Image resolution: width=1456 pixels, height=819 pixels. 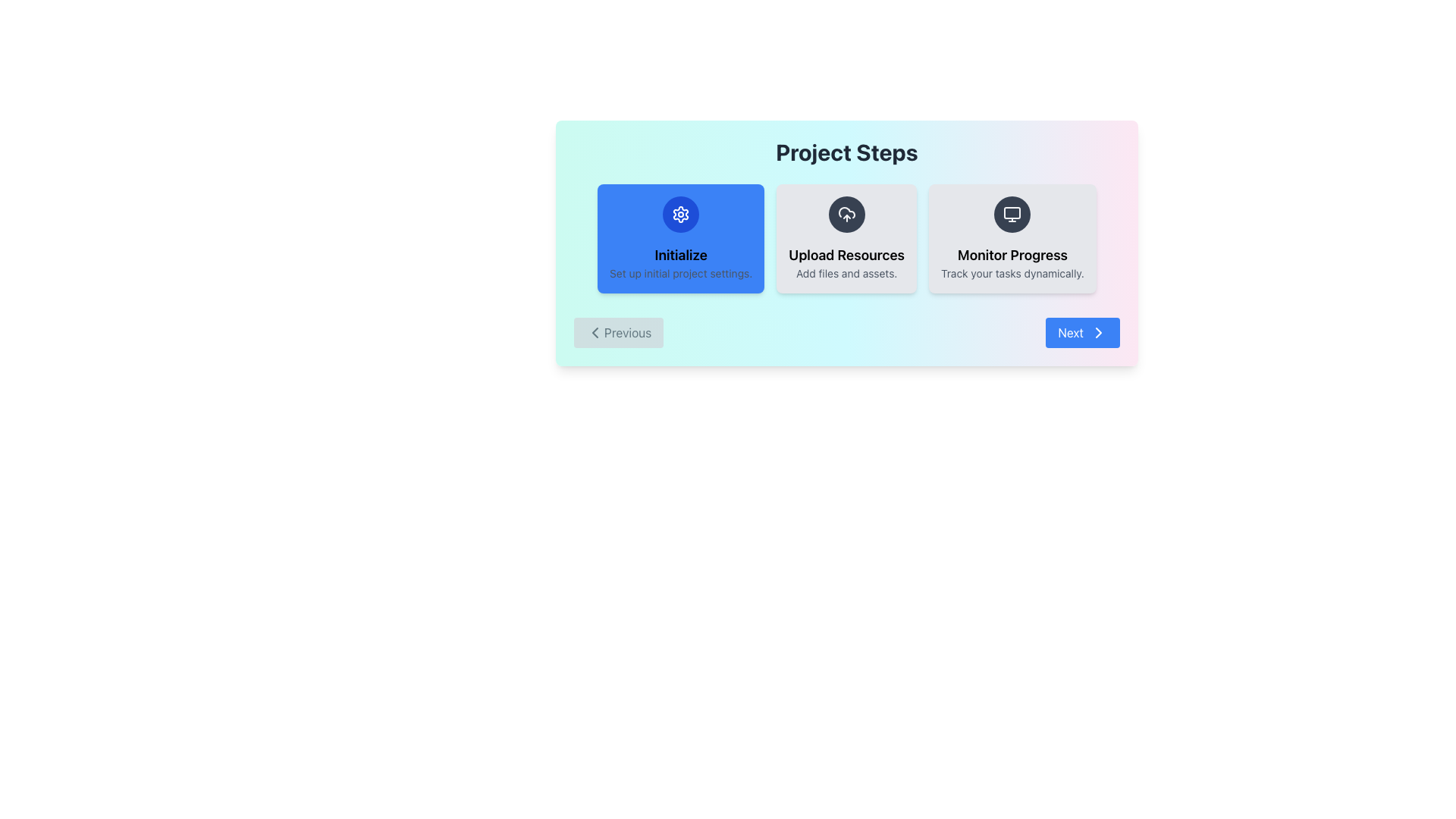 What do you see at coordinates (680, 254) in the screenshot?
I see `the 'Initialize' label, which is the primary label in the top position of the first blue card in the 'Project Steps' process` at bounding box center [680, 254].